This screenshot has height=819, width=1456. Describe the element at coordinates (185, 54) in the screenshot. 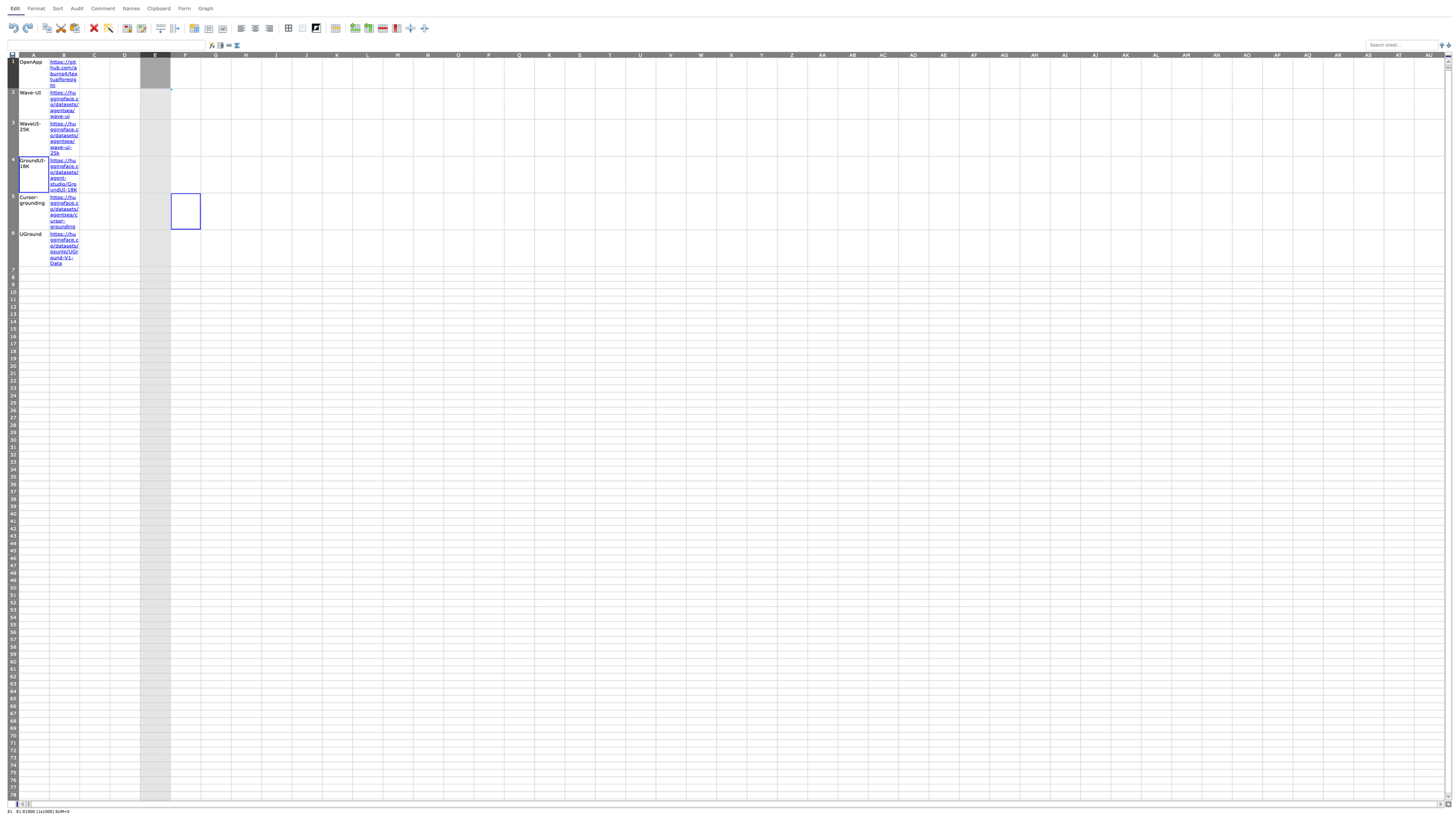

I see `Activate column F` at that location.